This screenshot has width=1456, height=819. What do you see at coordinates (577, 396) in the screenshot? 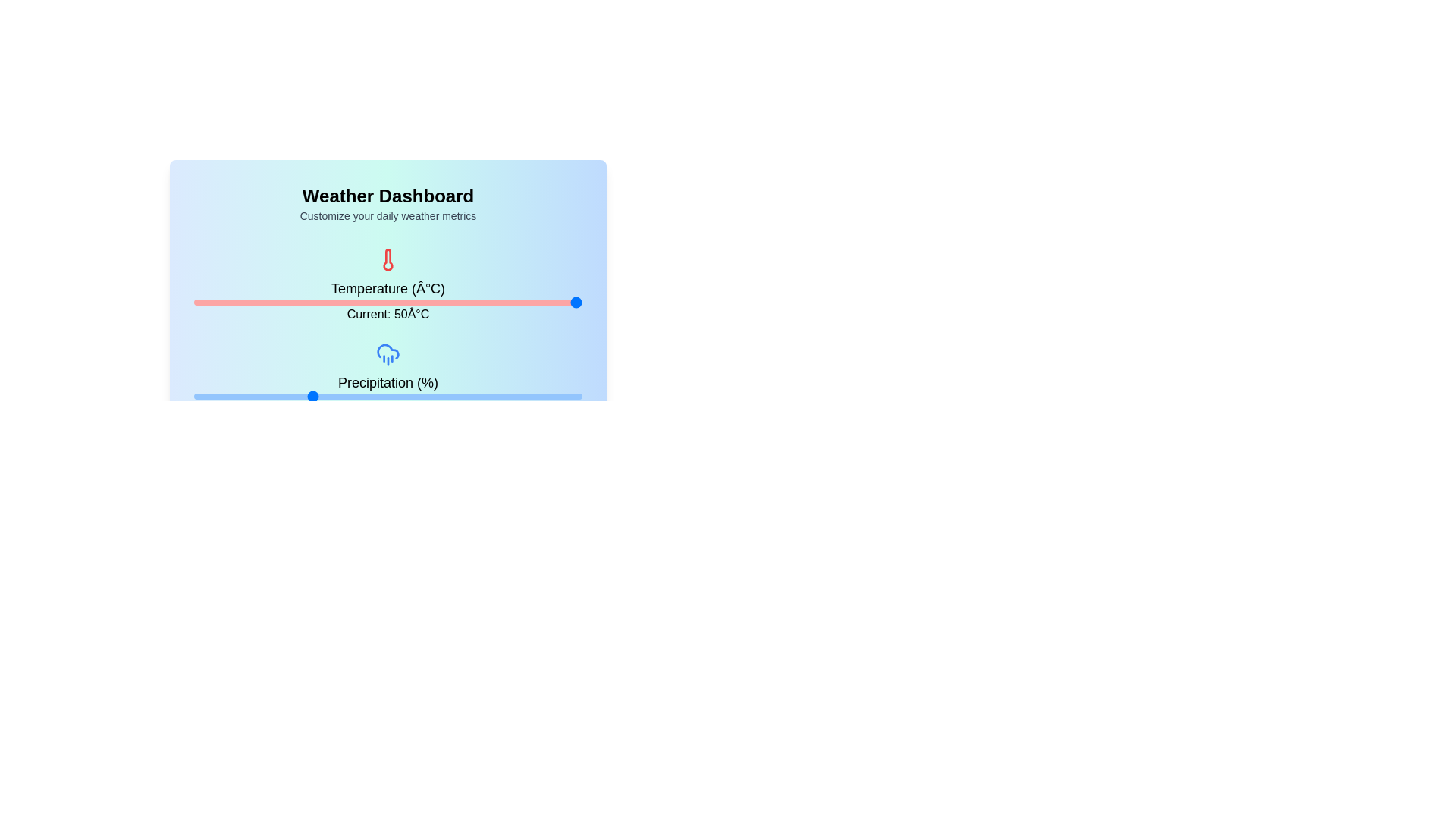
I see `precipitation` at bounding box center [577, 396].